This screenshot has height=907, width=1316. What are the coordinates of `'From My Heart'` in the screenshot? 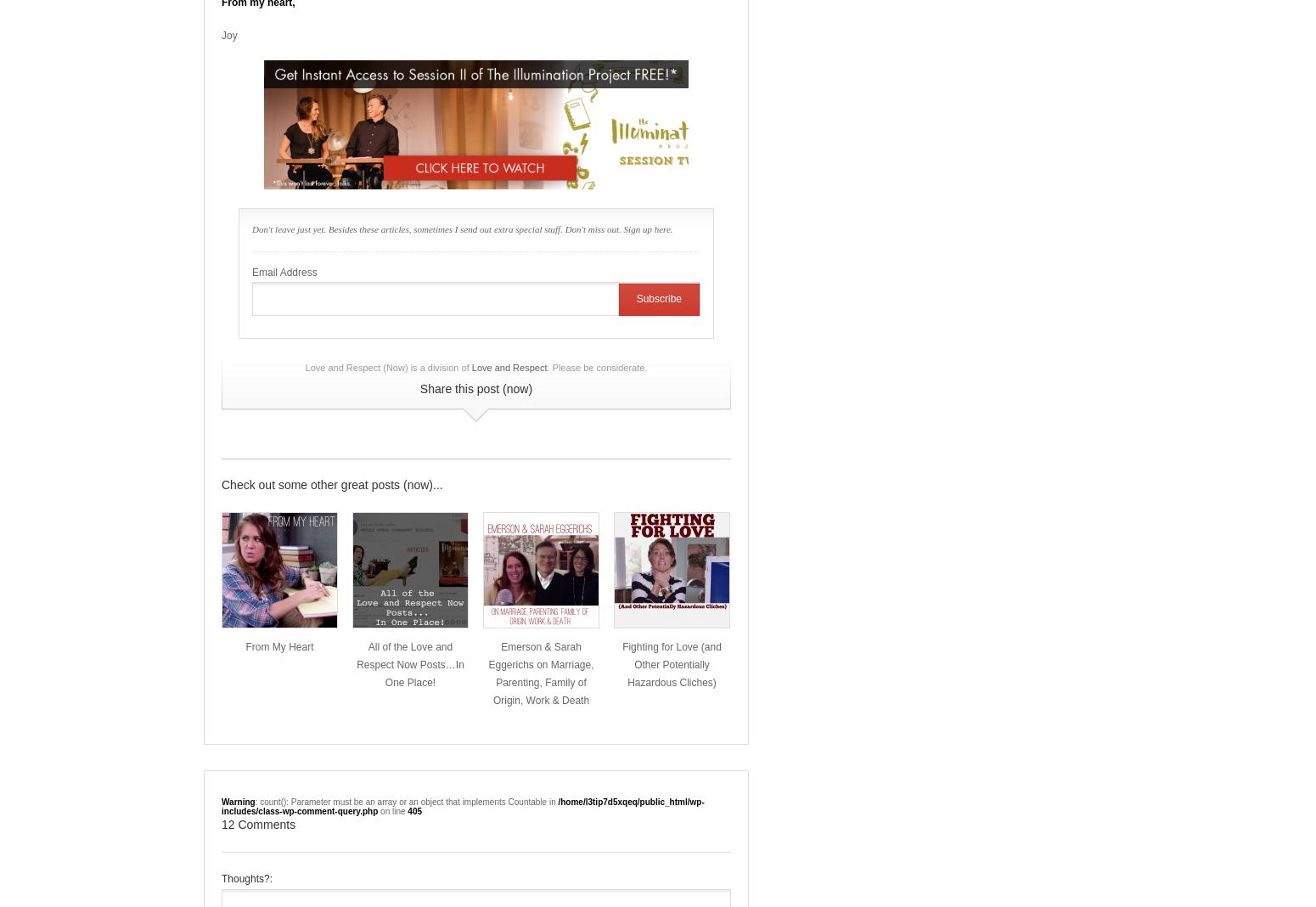 It's located at (278, 647).